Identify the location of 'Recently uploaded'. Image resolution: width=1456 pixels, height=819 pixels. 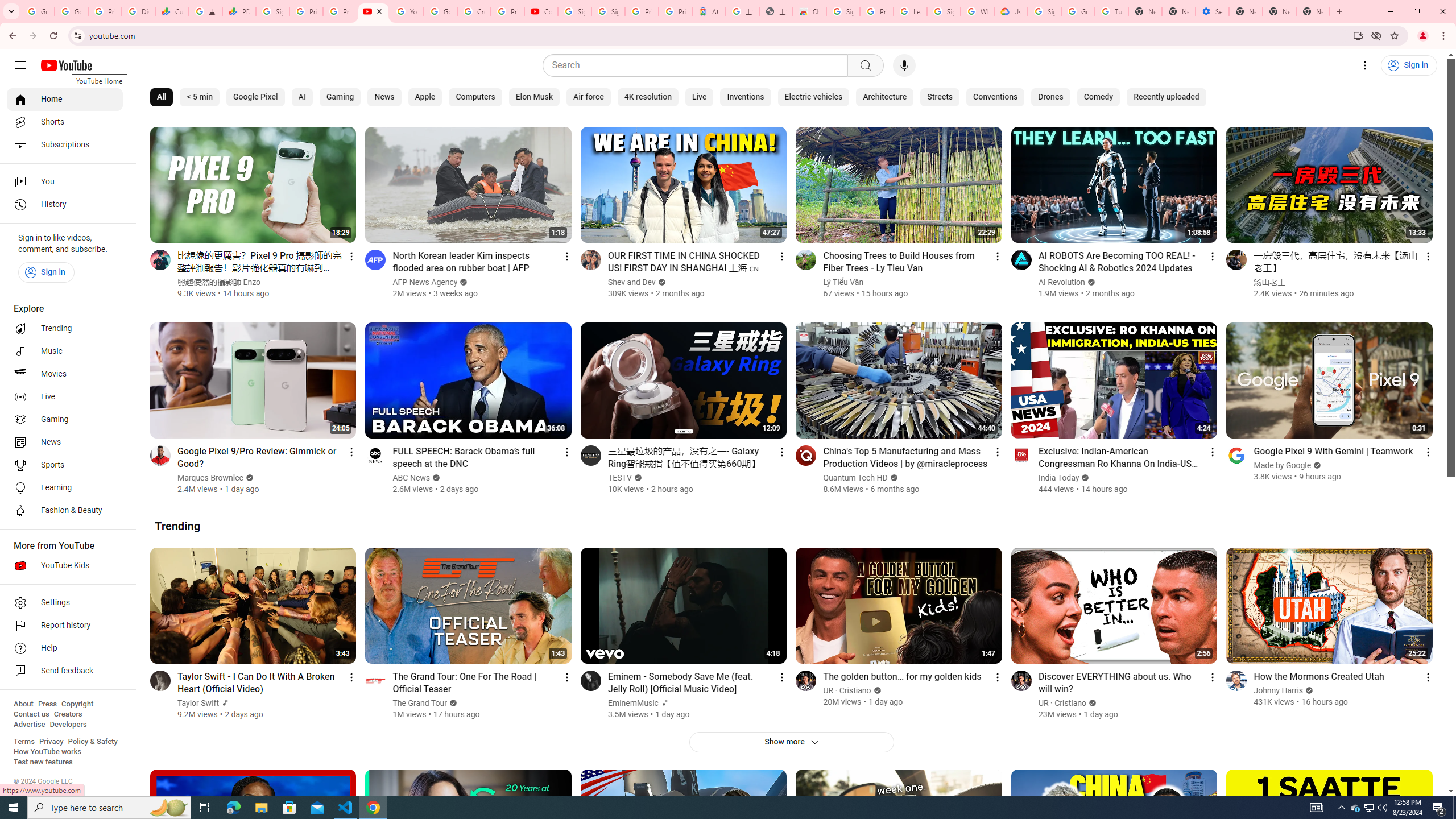
(1166, 97).